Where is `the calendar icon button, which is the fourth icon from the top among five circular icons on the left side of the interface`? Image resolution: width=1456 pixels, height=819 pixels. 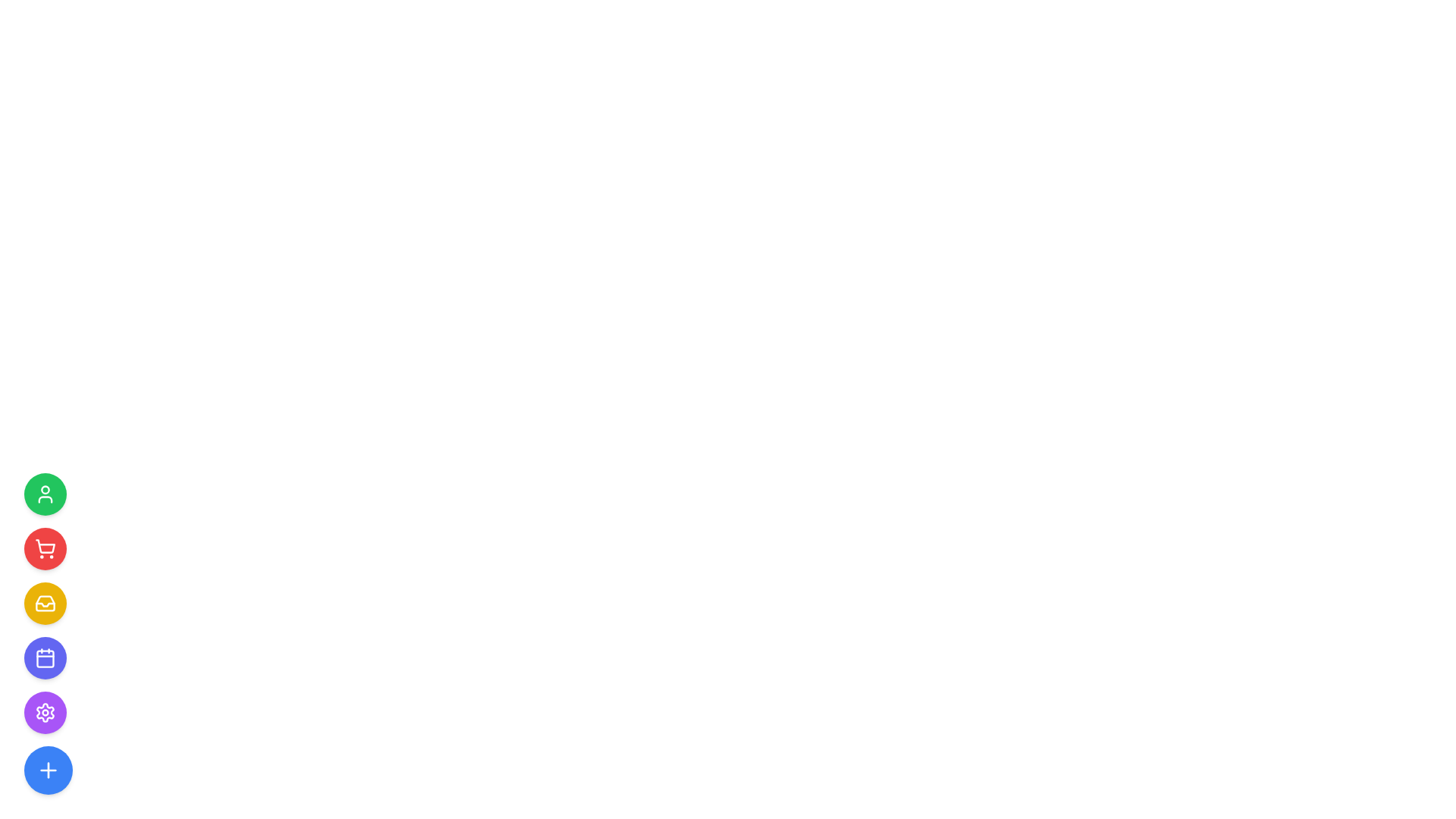
the calendar icon button, which is the fourth icon from the top among five circular icons on the left side of the interface is located at coordinates (45, 657).